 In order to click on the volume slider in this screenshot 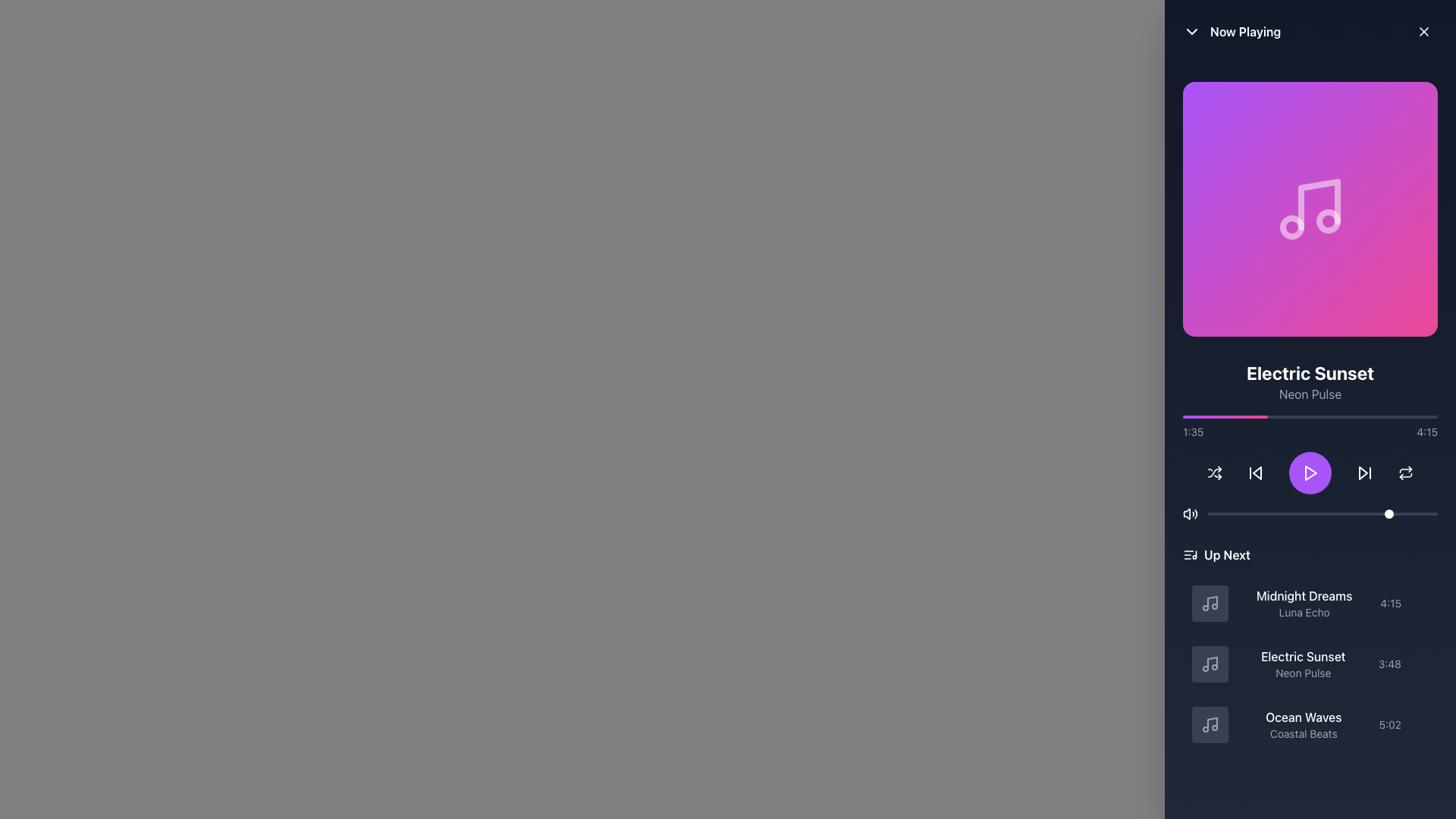, I will do `click(1402, 513)`.